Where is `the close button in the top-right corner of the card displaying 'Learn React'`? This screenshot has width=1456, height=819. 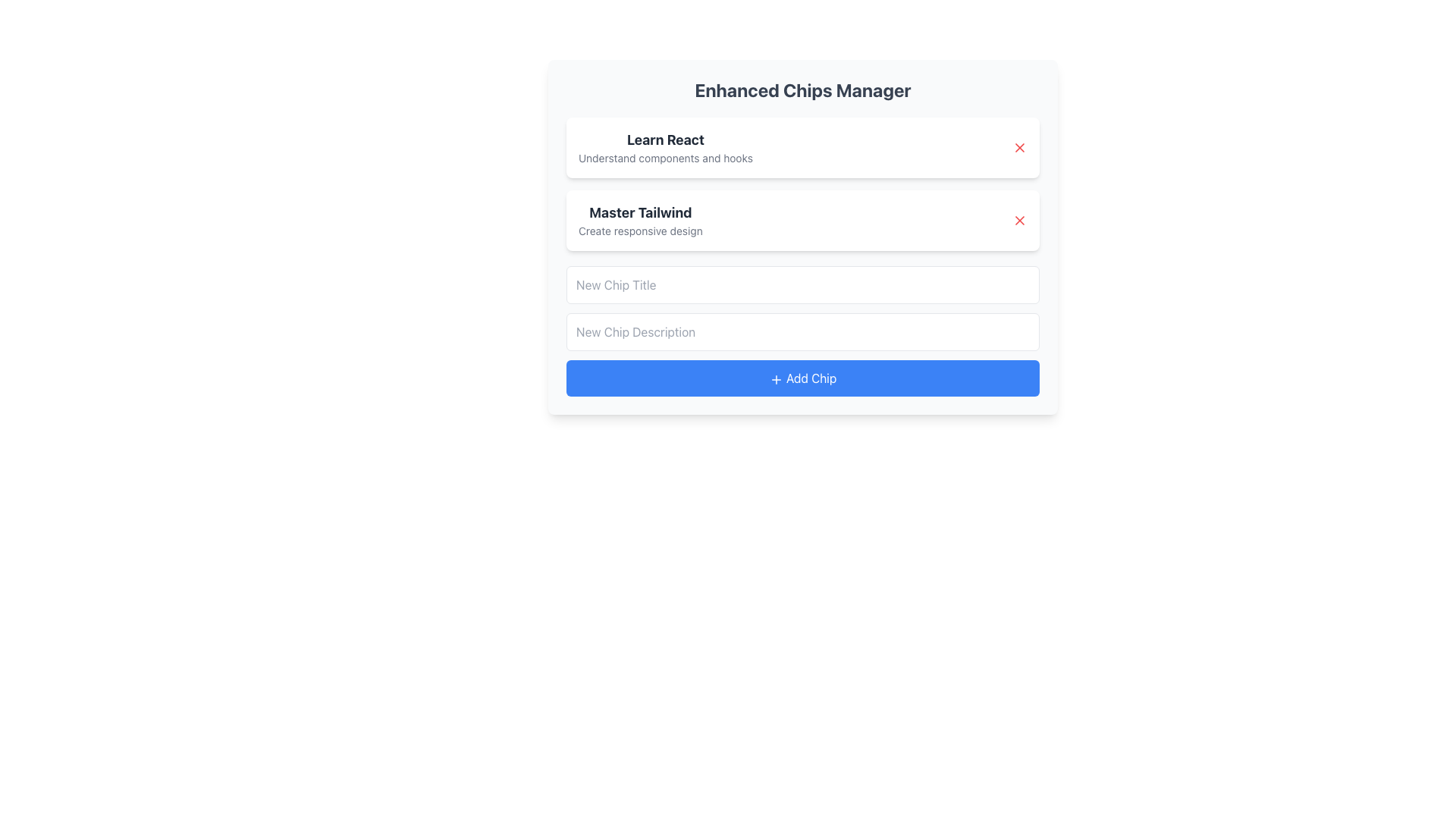
the close button in the top-right corner of the card displaying 'Learn React' is located at coordinates (1019, 148).